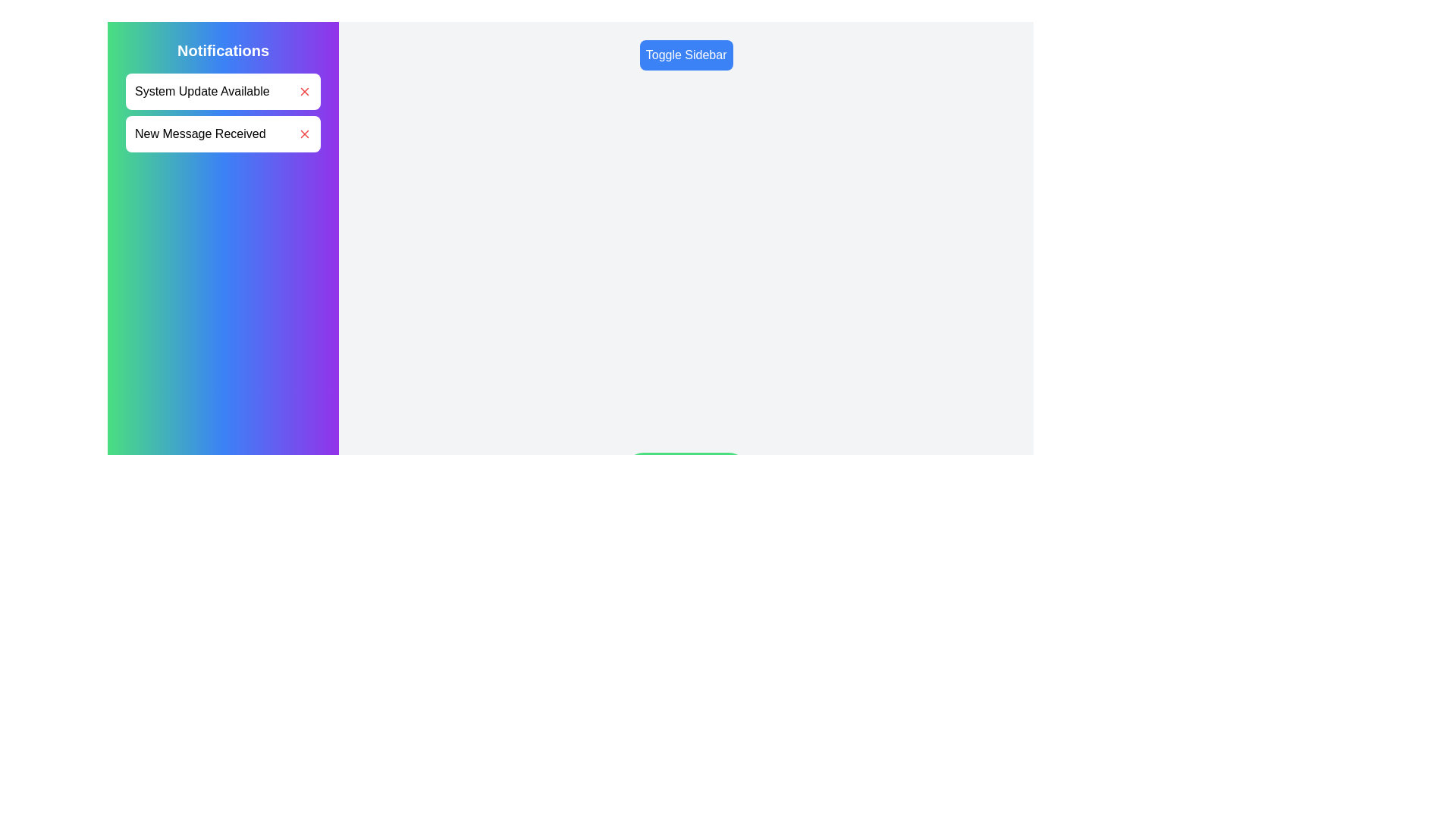  Describe the element at coordinates (222, 49) in the screenshot. I see `the bold 'Notifications' header text, which is prominently displayed at the top of a gradient background panel in a sidebar` at that location.